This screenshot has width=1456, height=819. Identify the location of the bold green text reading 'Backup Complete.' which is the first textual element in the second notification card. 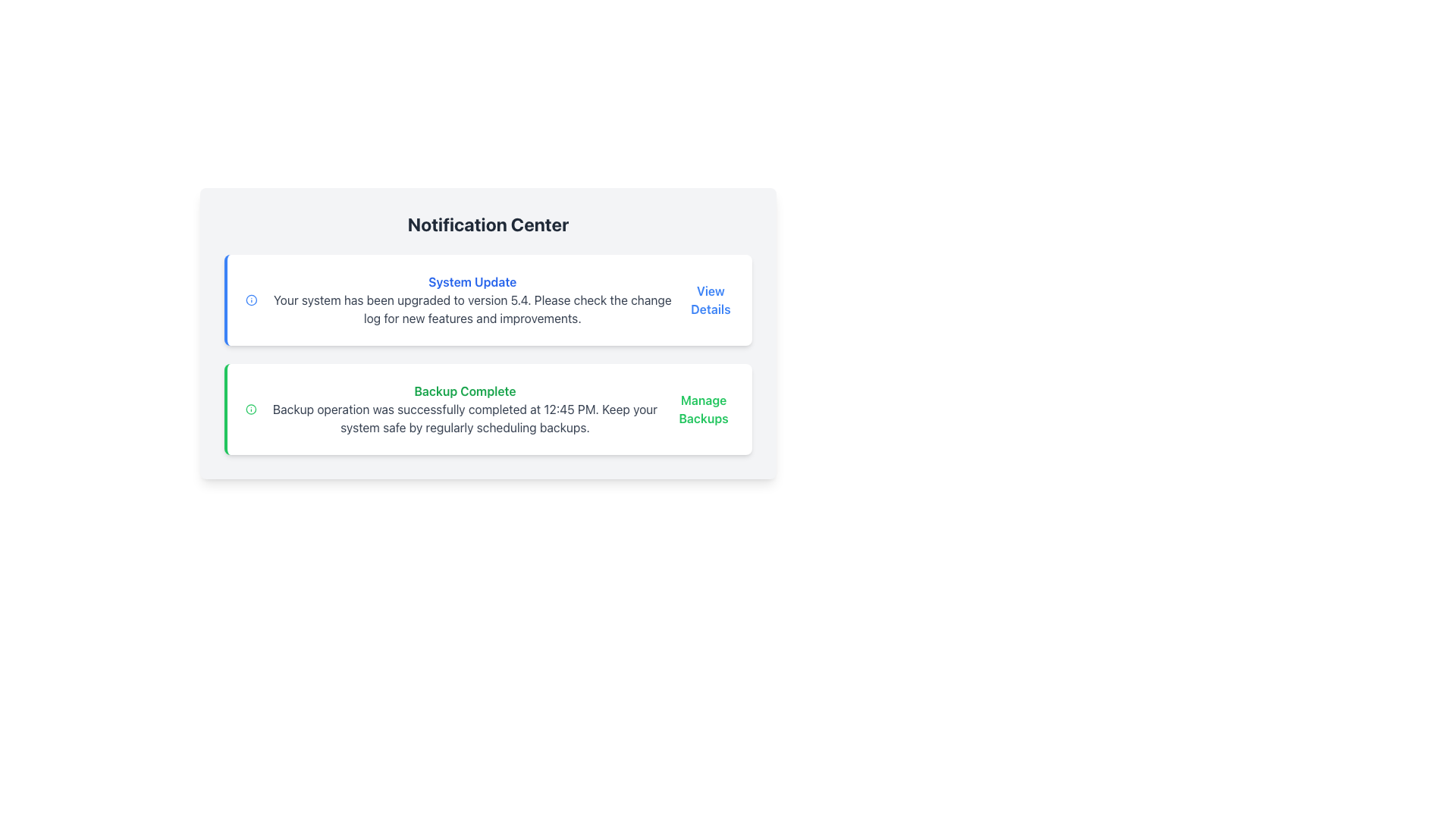
(464, 391).